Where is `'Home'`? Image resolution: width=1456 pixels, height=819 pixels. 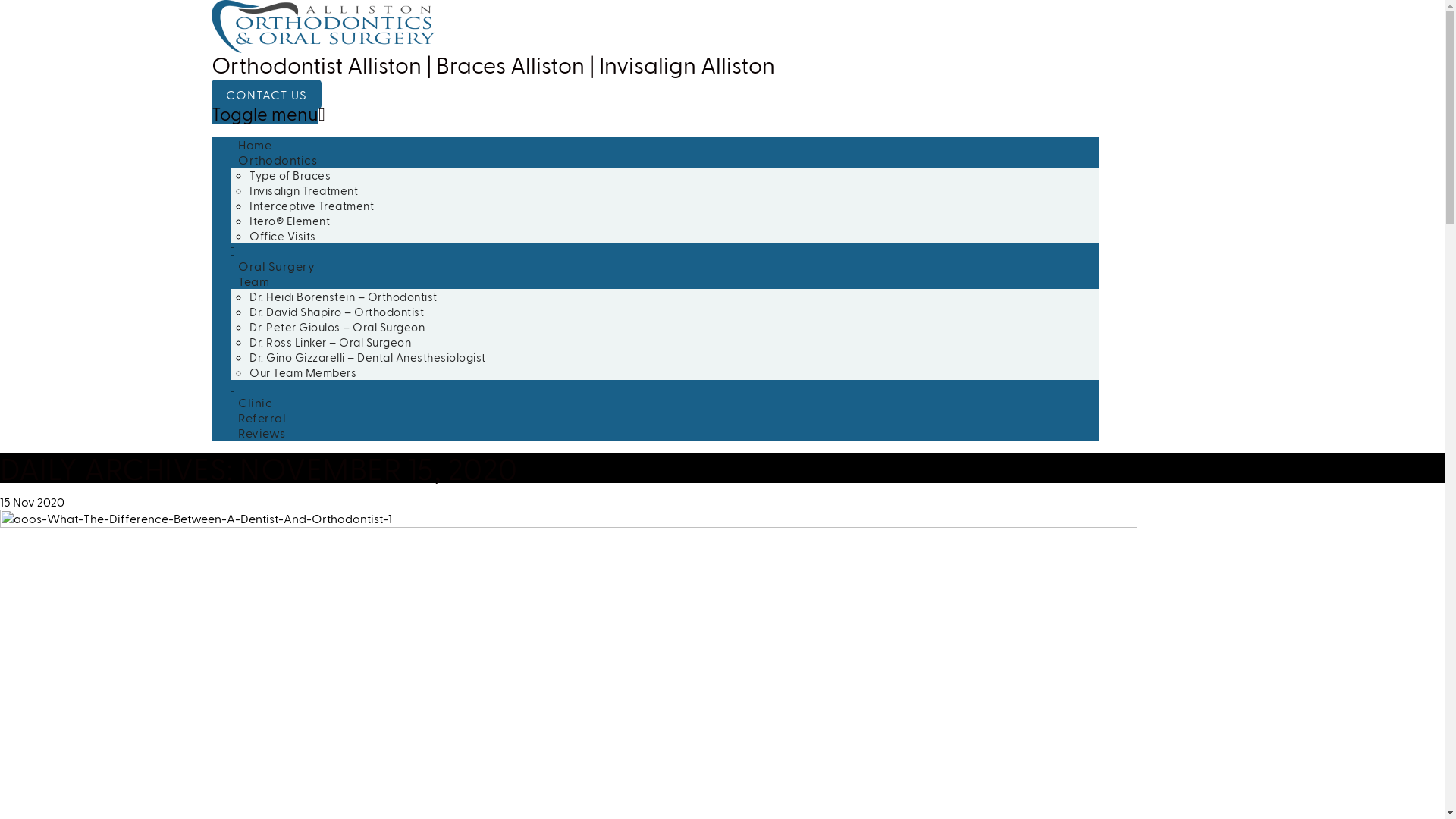 'Home' is located at coordinates (237, 144).